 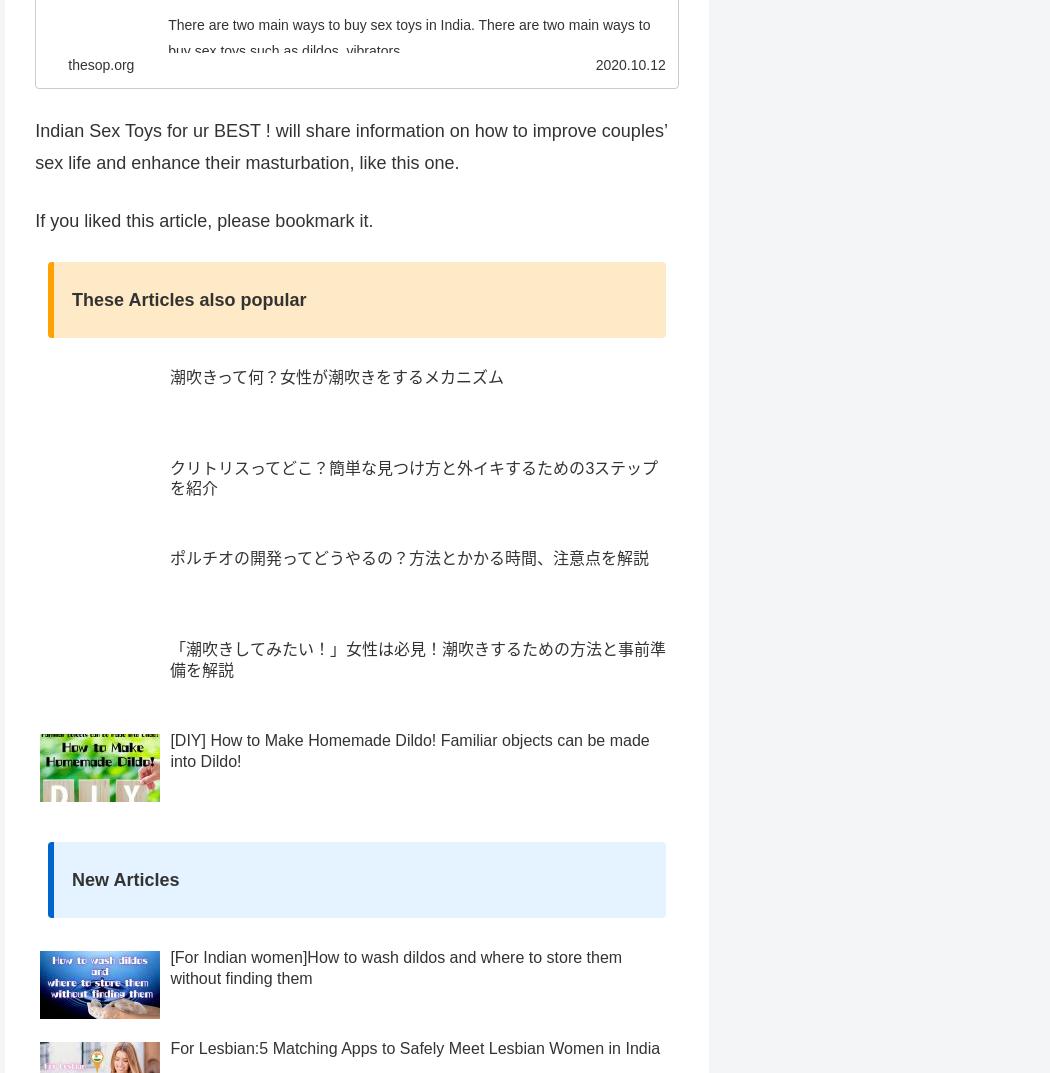 I want to click on 'Indian Sex Toys for ur BEST ! will share information on how to improve couples’ sex life and enhance their masturbation, like this one.', so click(x=350, y=182).